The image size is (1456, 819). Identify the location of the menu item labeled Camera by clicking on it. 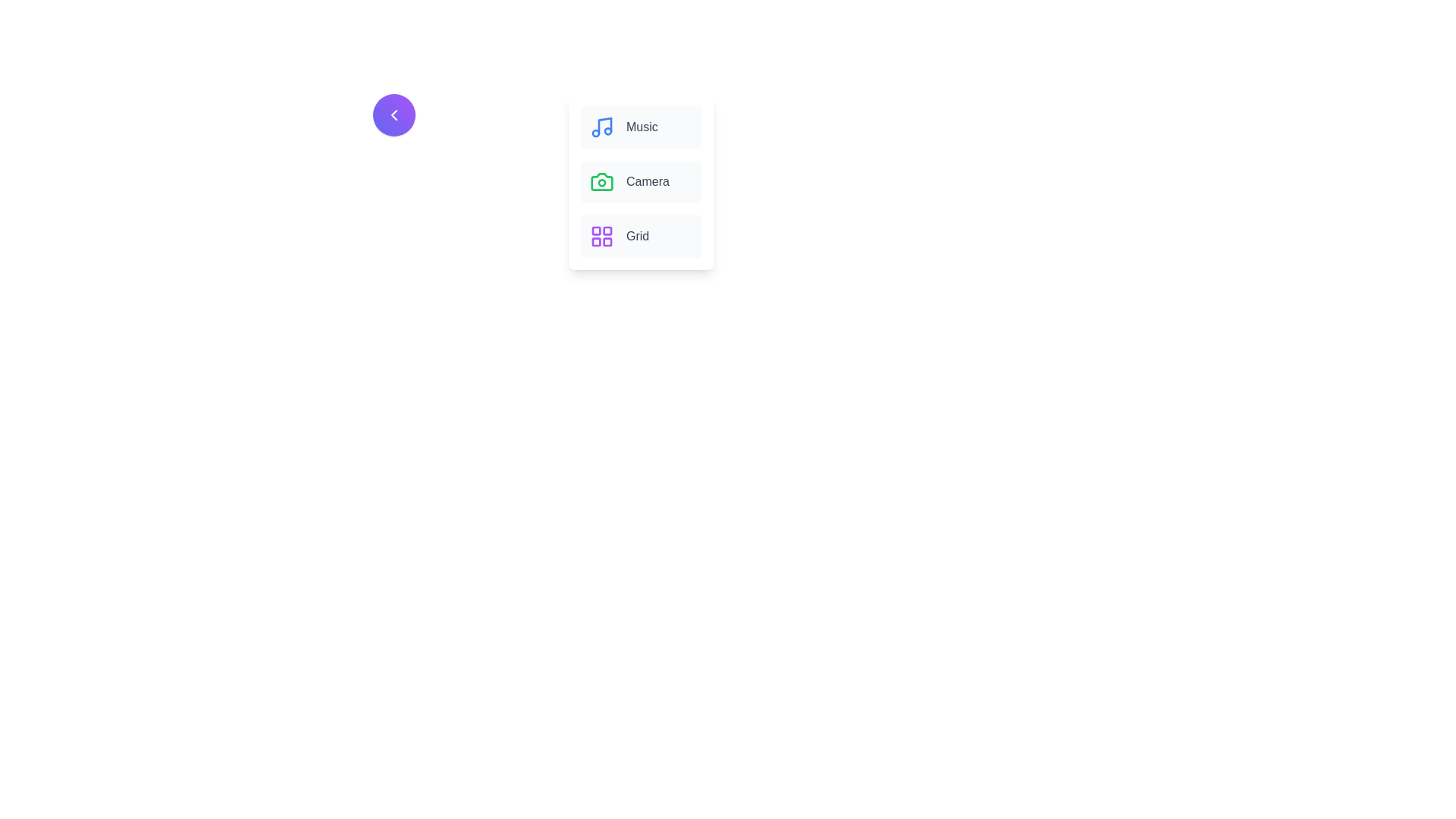
(641, 180).